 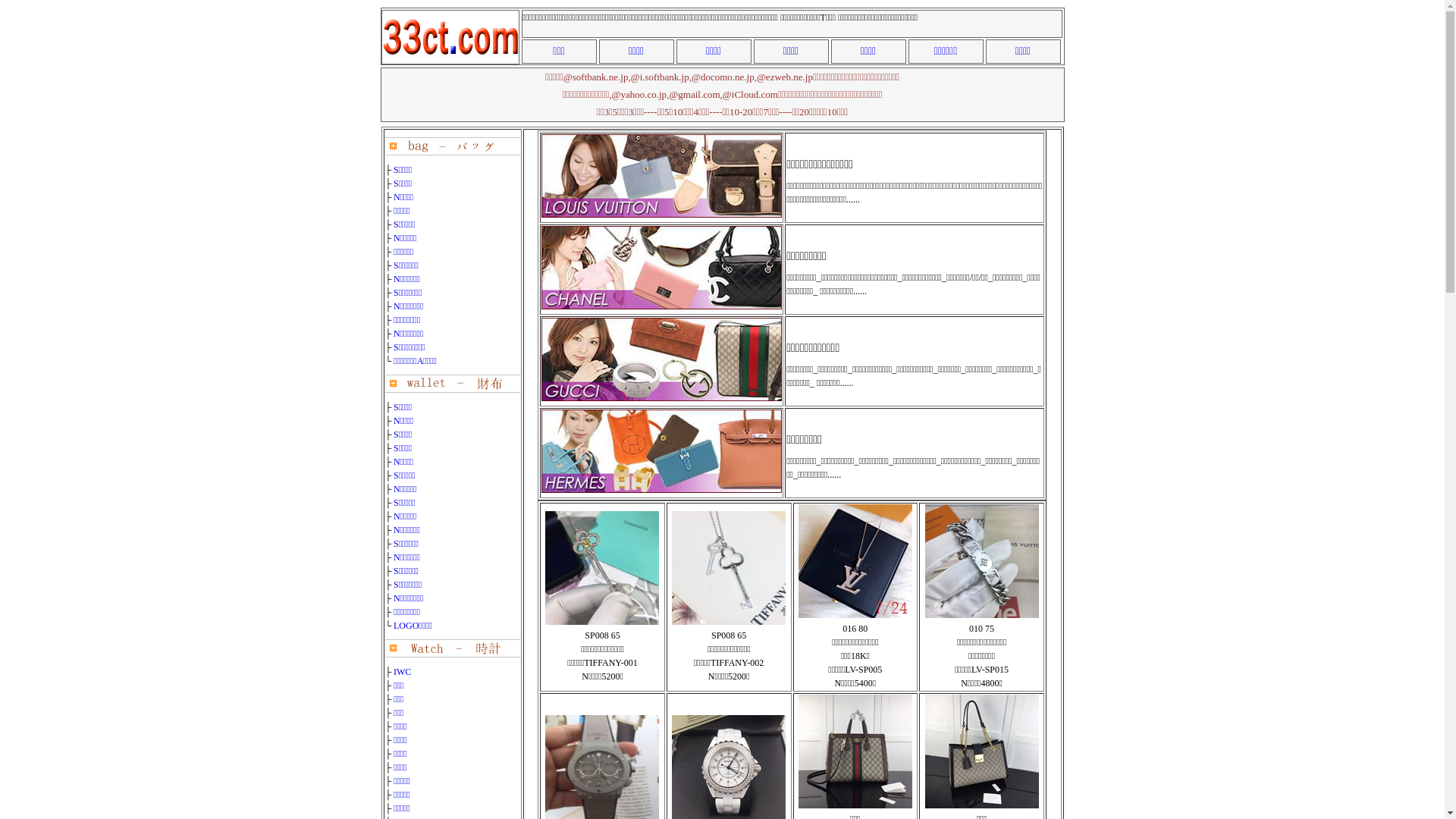 I want to click on 'IWC', so click(x=402, y=671).